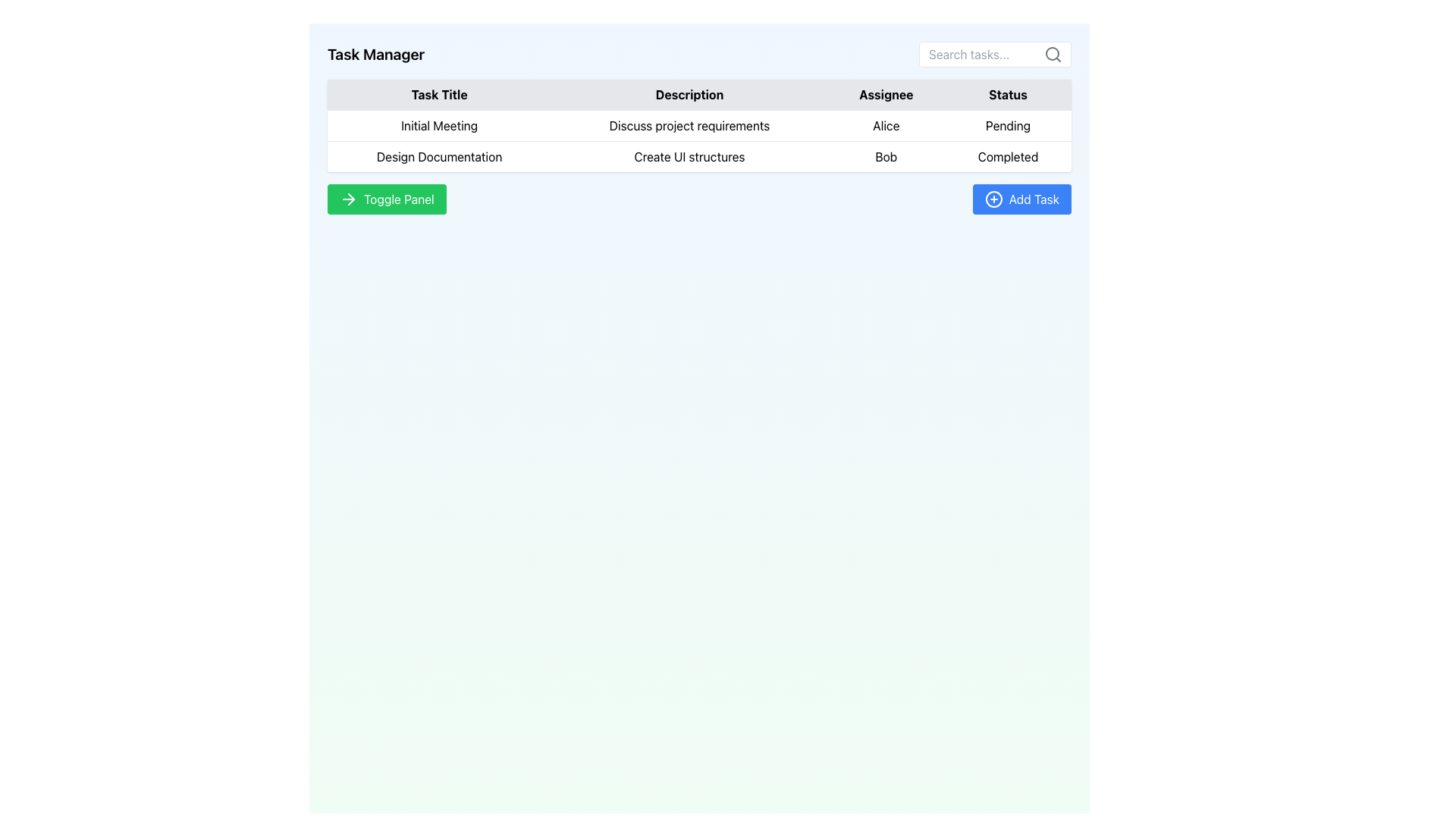 The height and width of the screenshot is (819, 1456). I want to click on the 'Toggle Panel' button which is a rectangular button with a green background and white text, located in the bottom-left section of the interface, under the data table, so click(387, 198).